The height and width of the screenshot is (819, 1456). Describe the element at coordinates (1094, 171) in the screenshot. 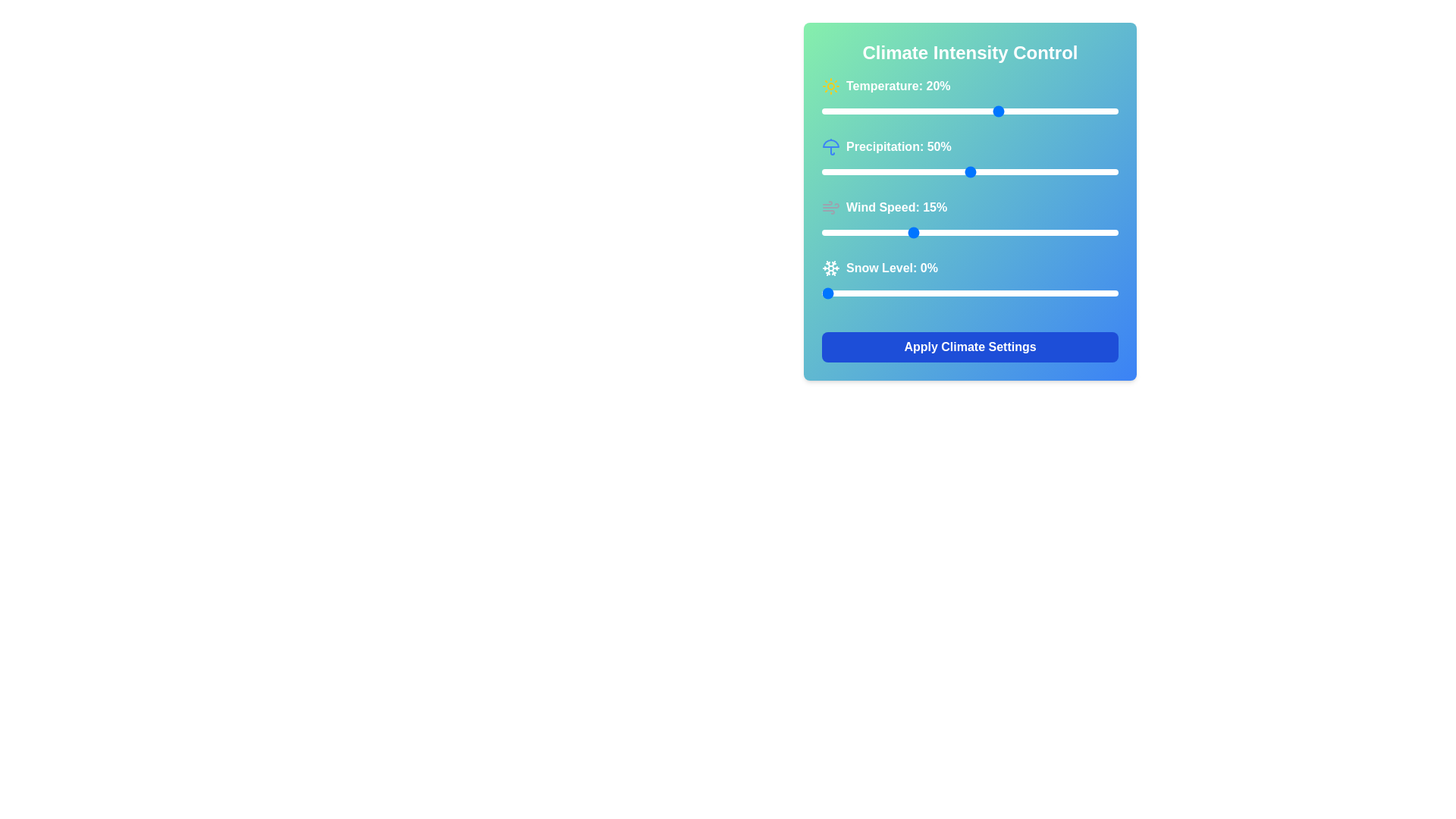

I see `precipitation` at that location.